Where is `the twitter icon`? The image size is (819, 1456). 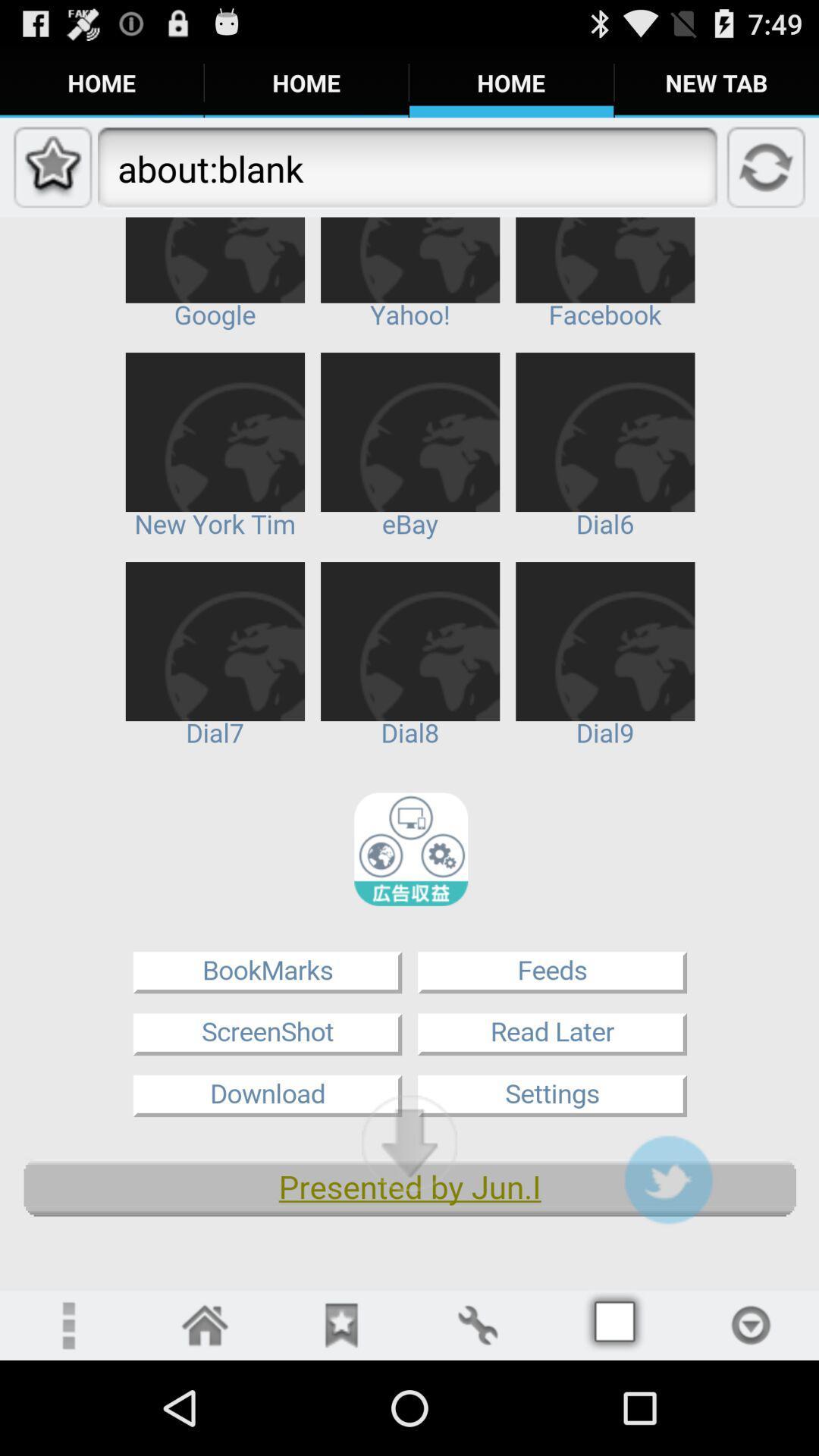 the twitter icon is located at coordinates (667, 1263).